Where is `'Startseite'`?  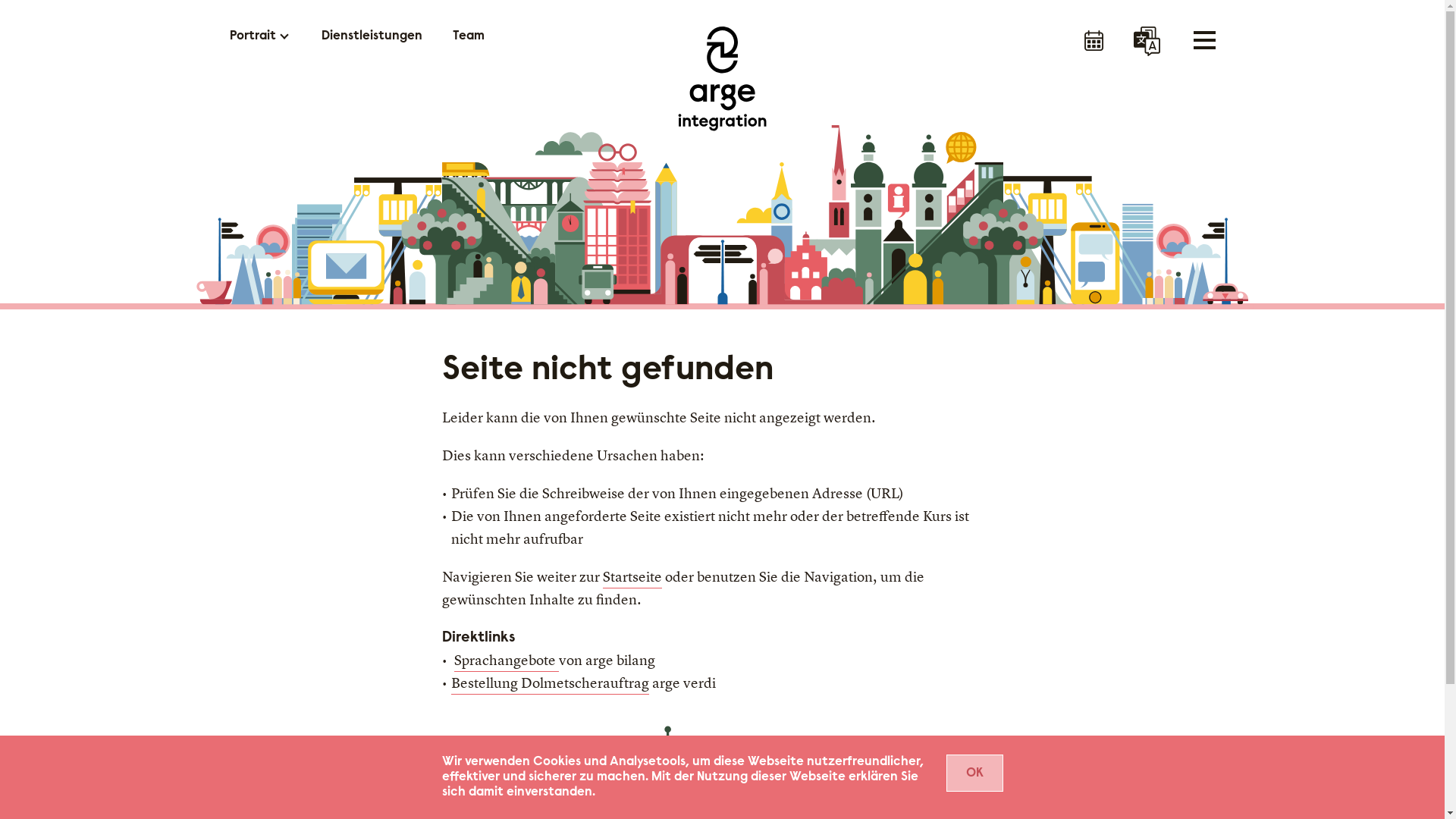 'Startseite' is located at coordinates (632, 578).